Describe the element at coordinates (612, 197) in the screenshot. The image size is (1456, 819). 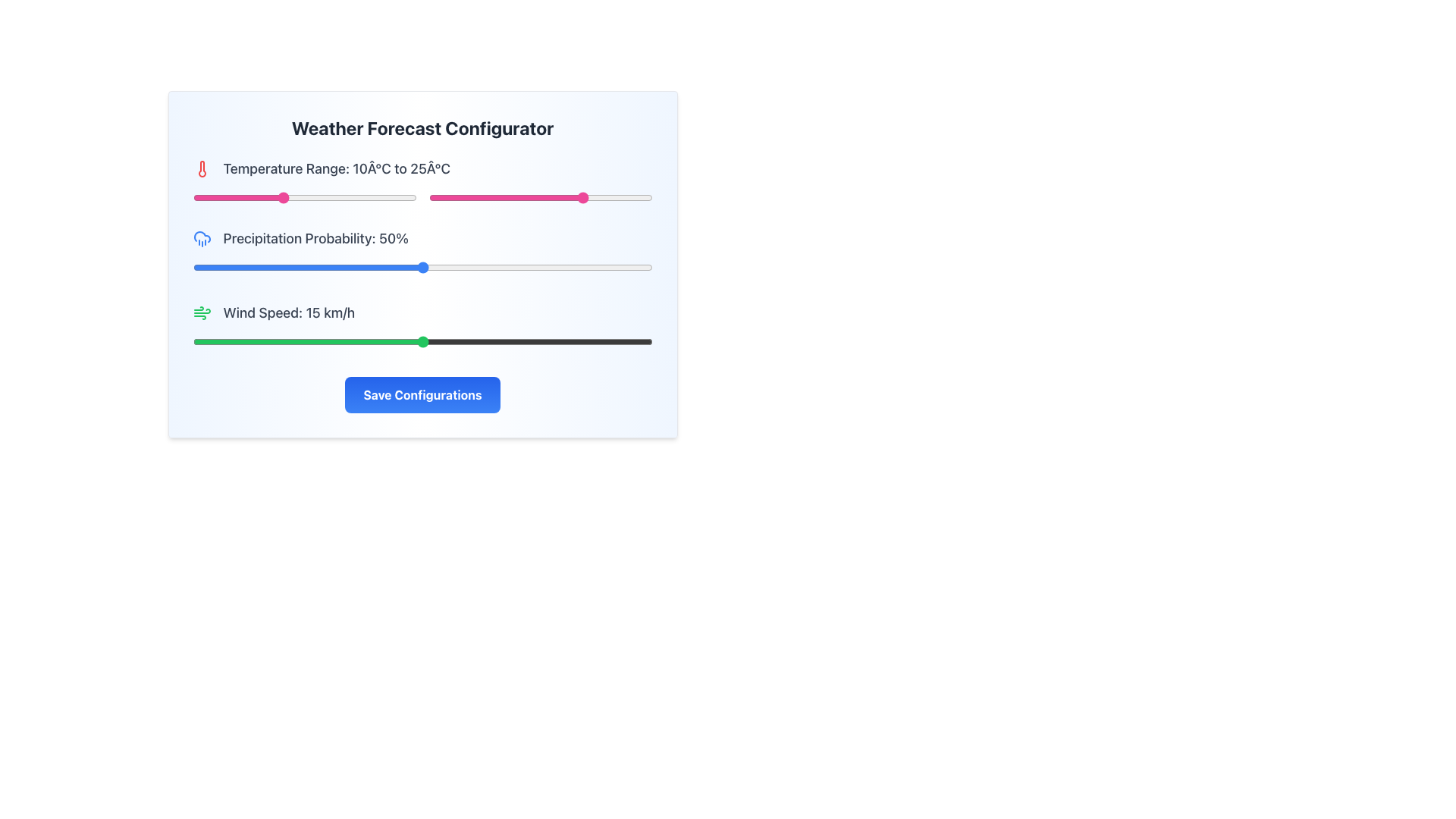
I see `the temperature value` at that location.